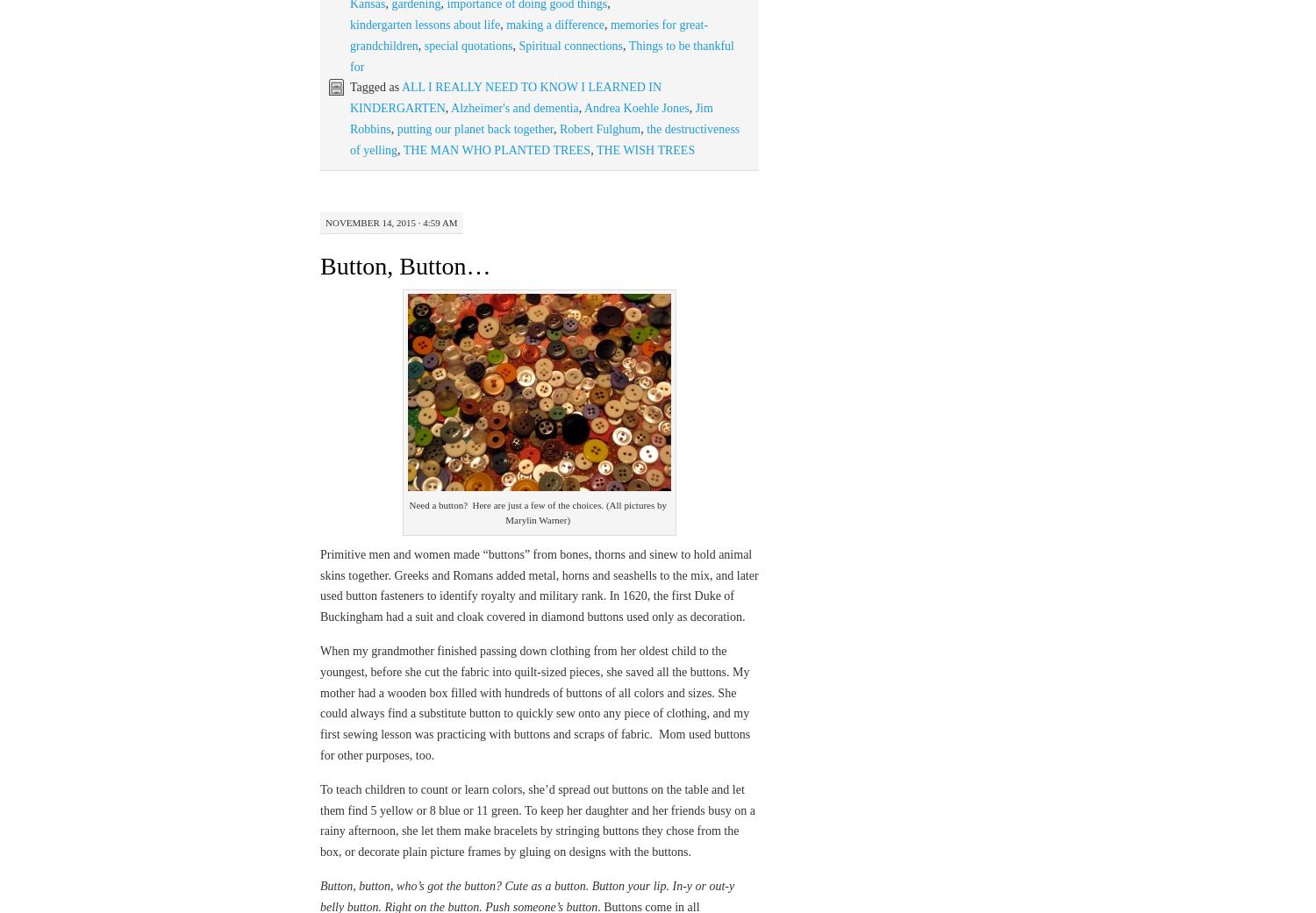 The height and width of the screenshot is (913, 1316). What do you see at coordinates (375, 86) in the screenshot?
I see `'Tagged as'` at bounding box center [375, 86].